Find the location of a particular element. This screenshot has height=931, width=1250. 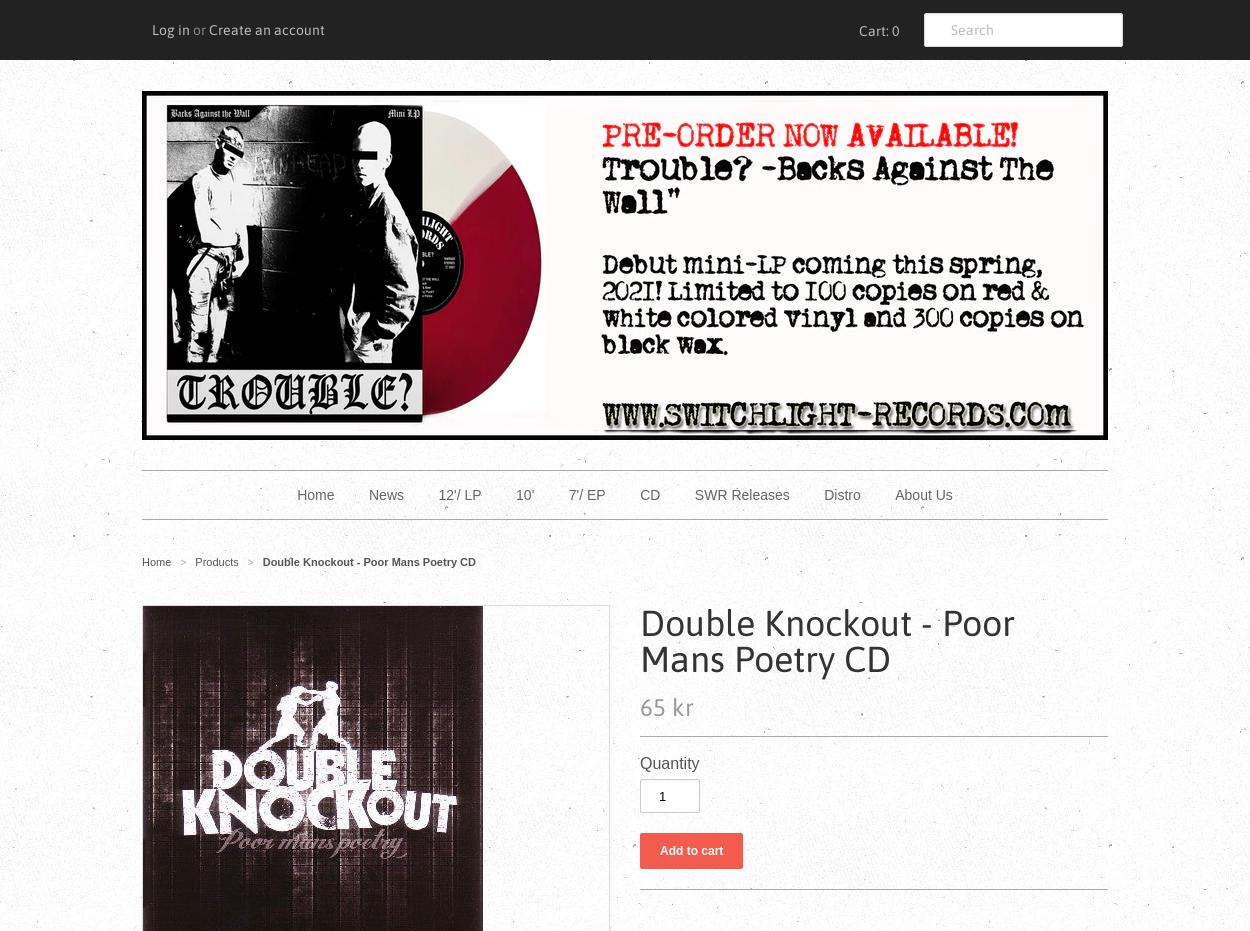

'CD' is located at coordinates (640, 495).